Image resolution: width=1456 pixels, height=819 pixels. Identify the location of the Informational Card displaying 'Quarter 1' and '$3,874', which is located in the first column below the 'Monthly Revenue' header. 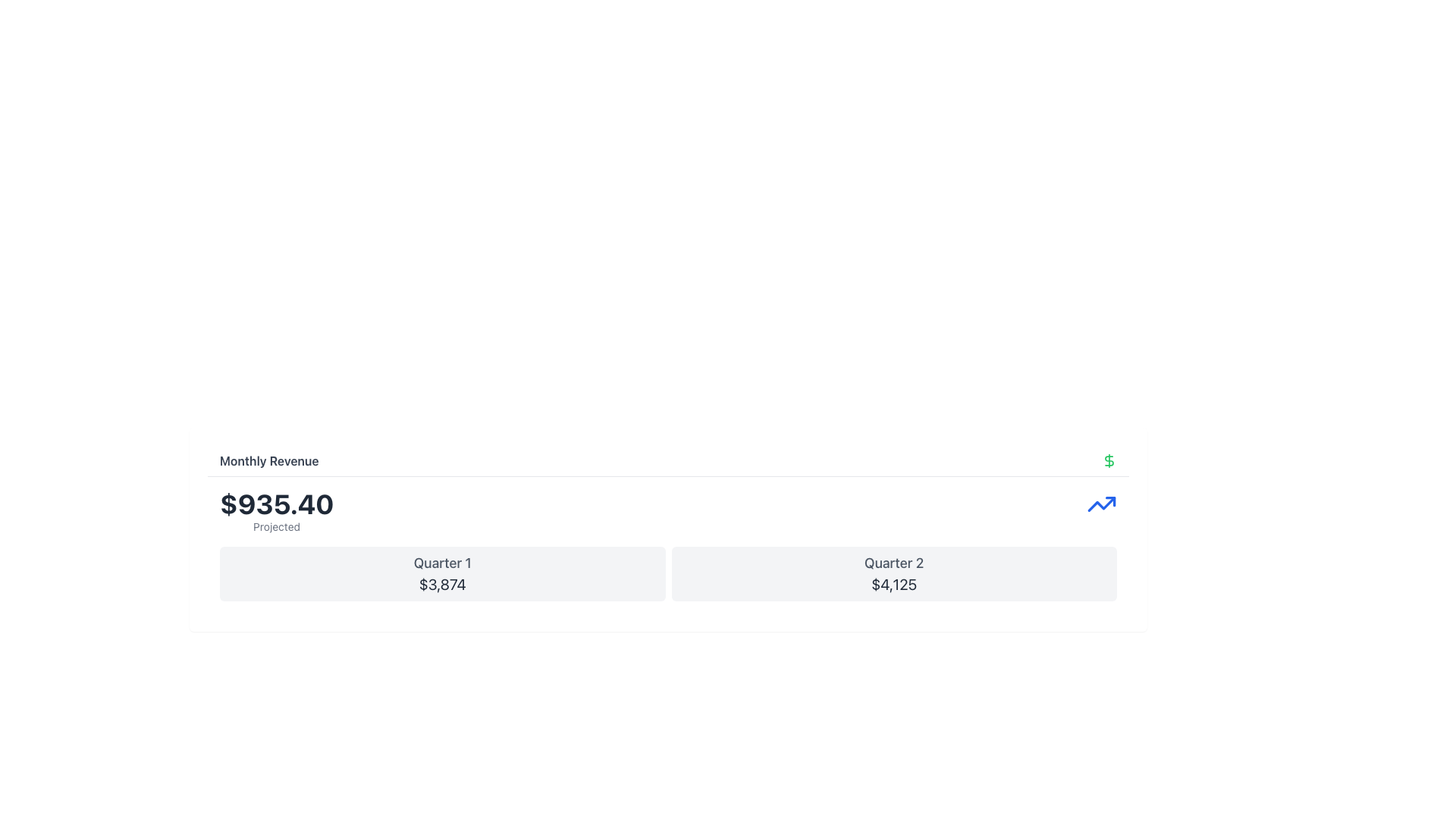
(441, 573).